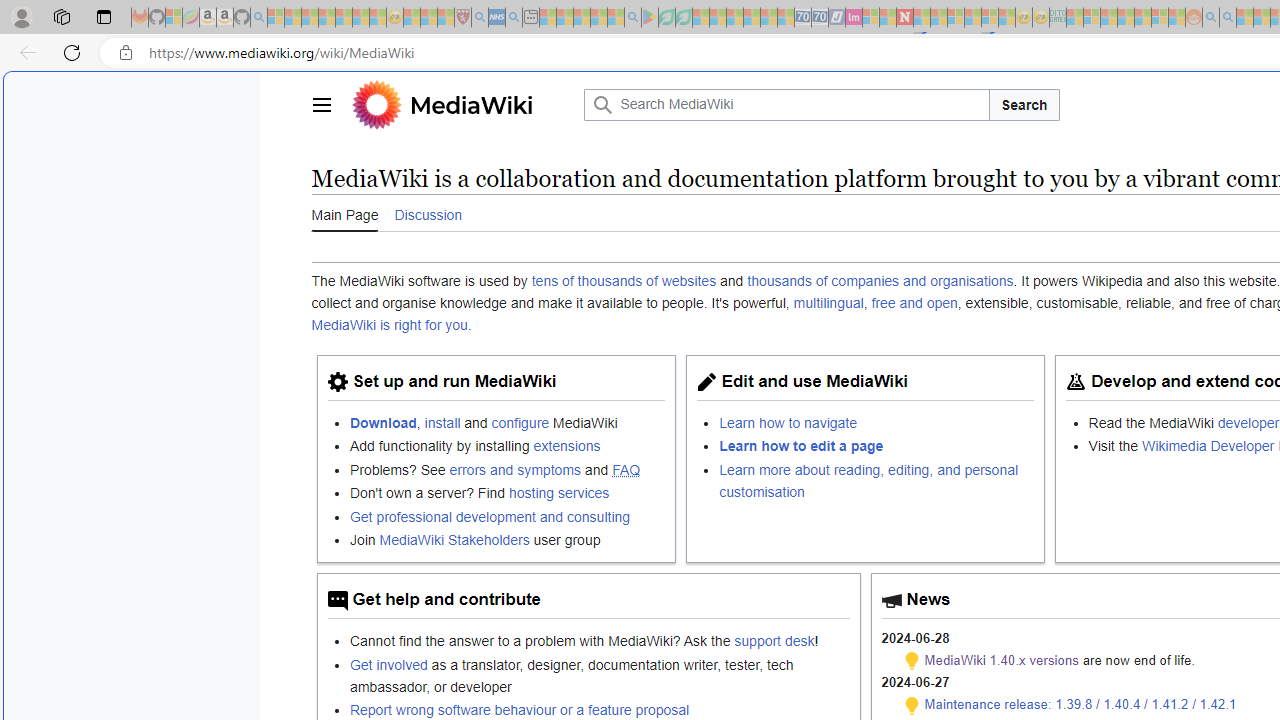 This screenshot has height=720, width=1280. What do you see at coordinates (880, 281) in the screenshot?
I see `'thousands of companies and organisations'` at bounding box center [880, 281].